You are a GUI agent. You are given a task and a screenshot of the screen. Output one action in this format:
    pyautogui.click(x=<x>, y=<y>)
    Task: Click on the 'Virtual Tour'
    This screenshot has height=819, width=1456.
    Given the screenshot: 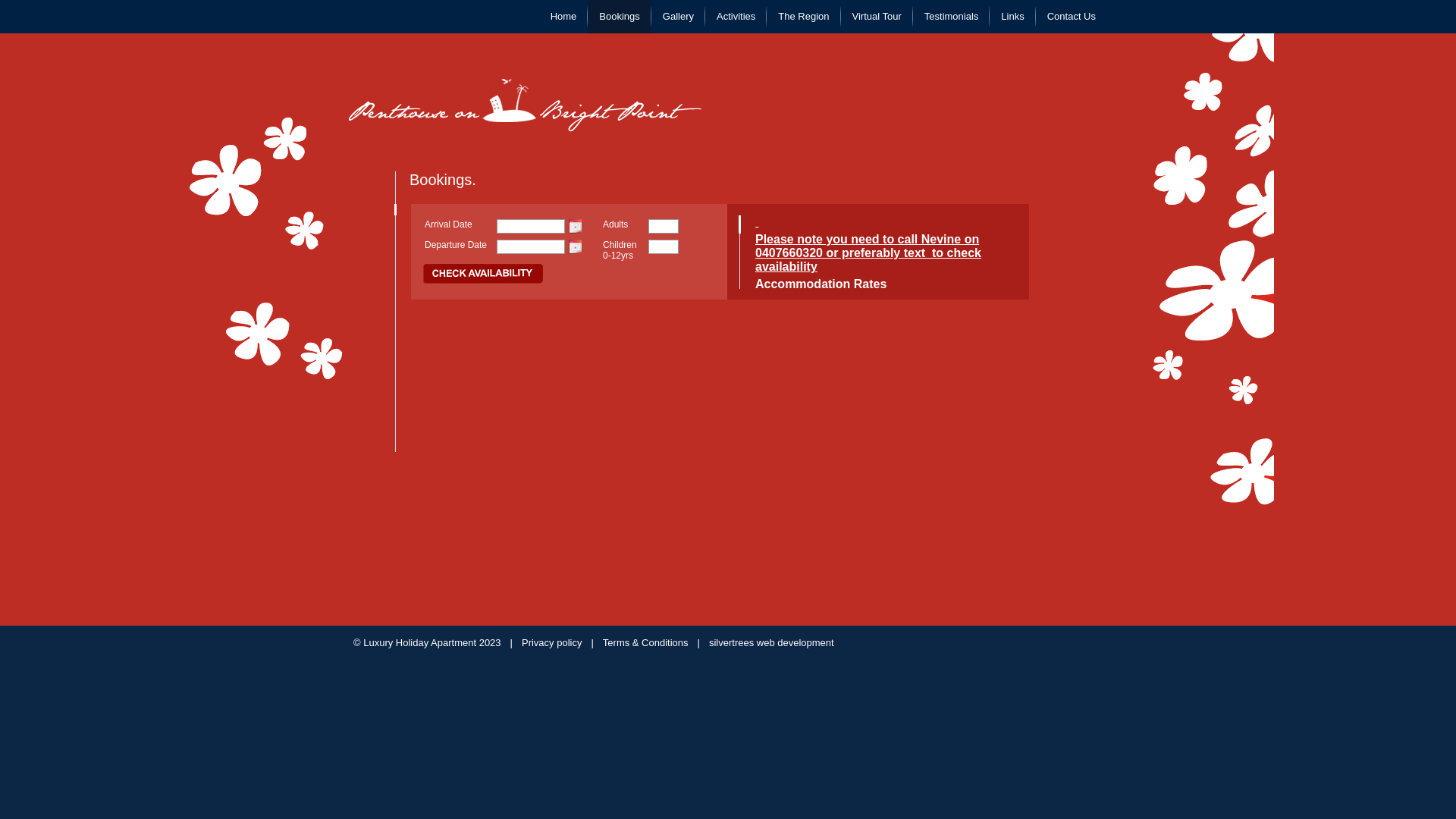 What is the action you would take?
    pyautogui.click(x=877, y=17)
    